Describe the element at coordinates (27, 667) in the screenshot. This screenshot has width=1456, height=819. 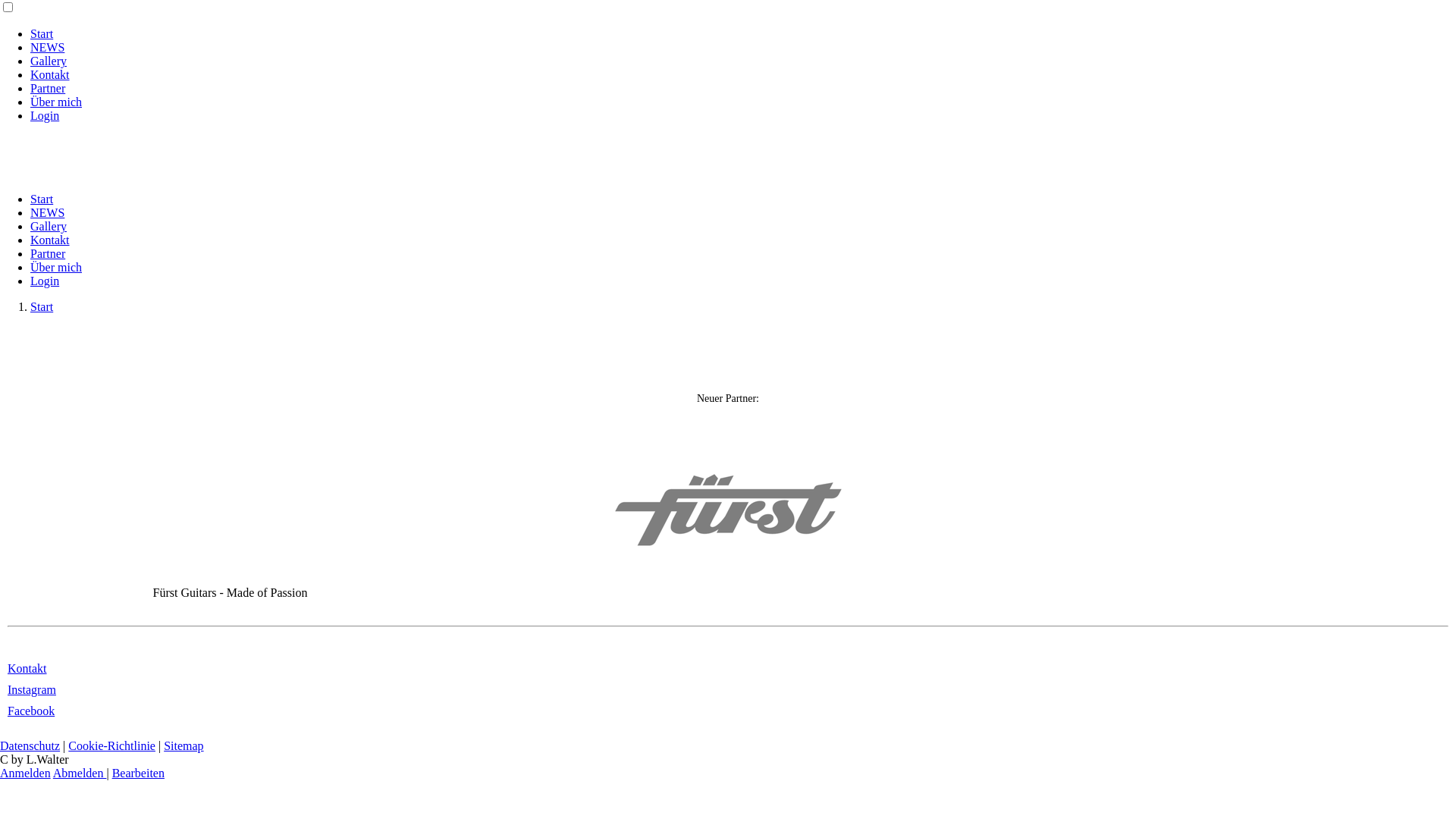
I see `'Kontakt'` at that location.